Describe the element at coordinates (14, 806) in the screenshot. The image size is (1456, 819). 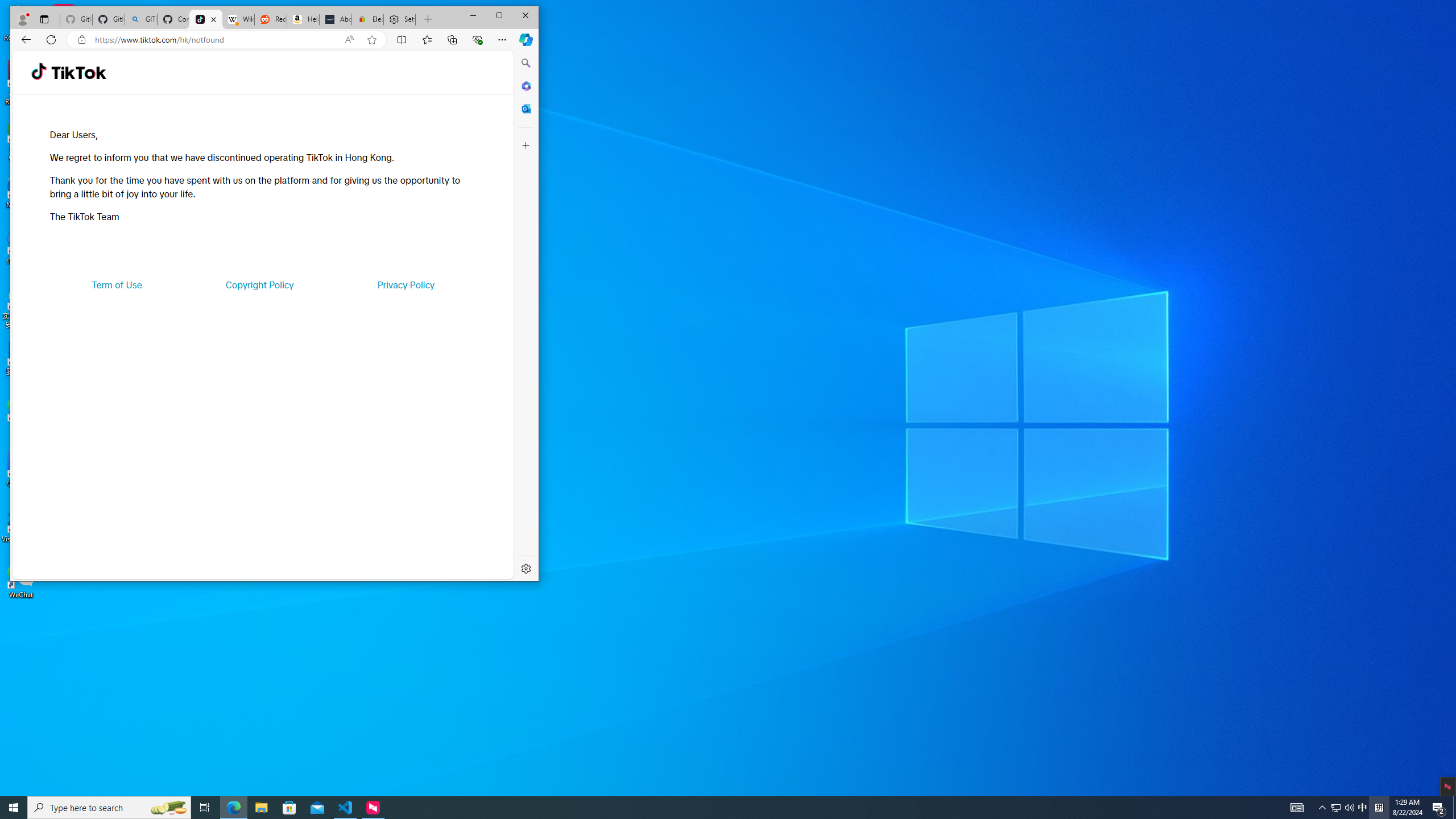
I see `'Start'` at that location.